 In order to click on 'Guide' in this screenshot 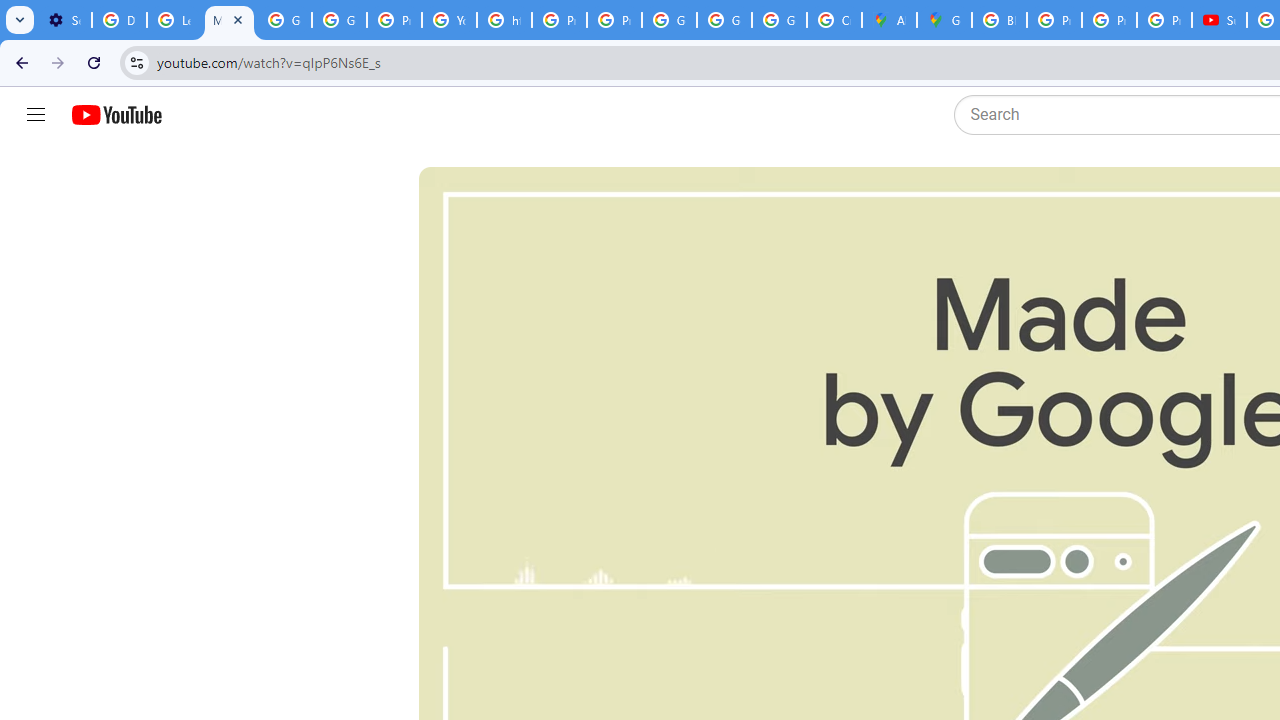, I will do `click(35, 115)`.